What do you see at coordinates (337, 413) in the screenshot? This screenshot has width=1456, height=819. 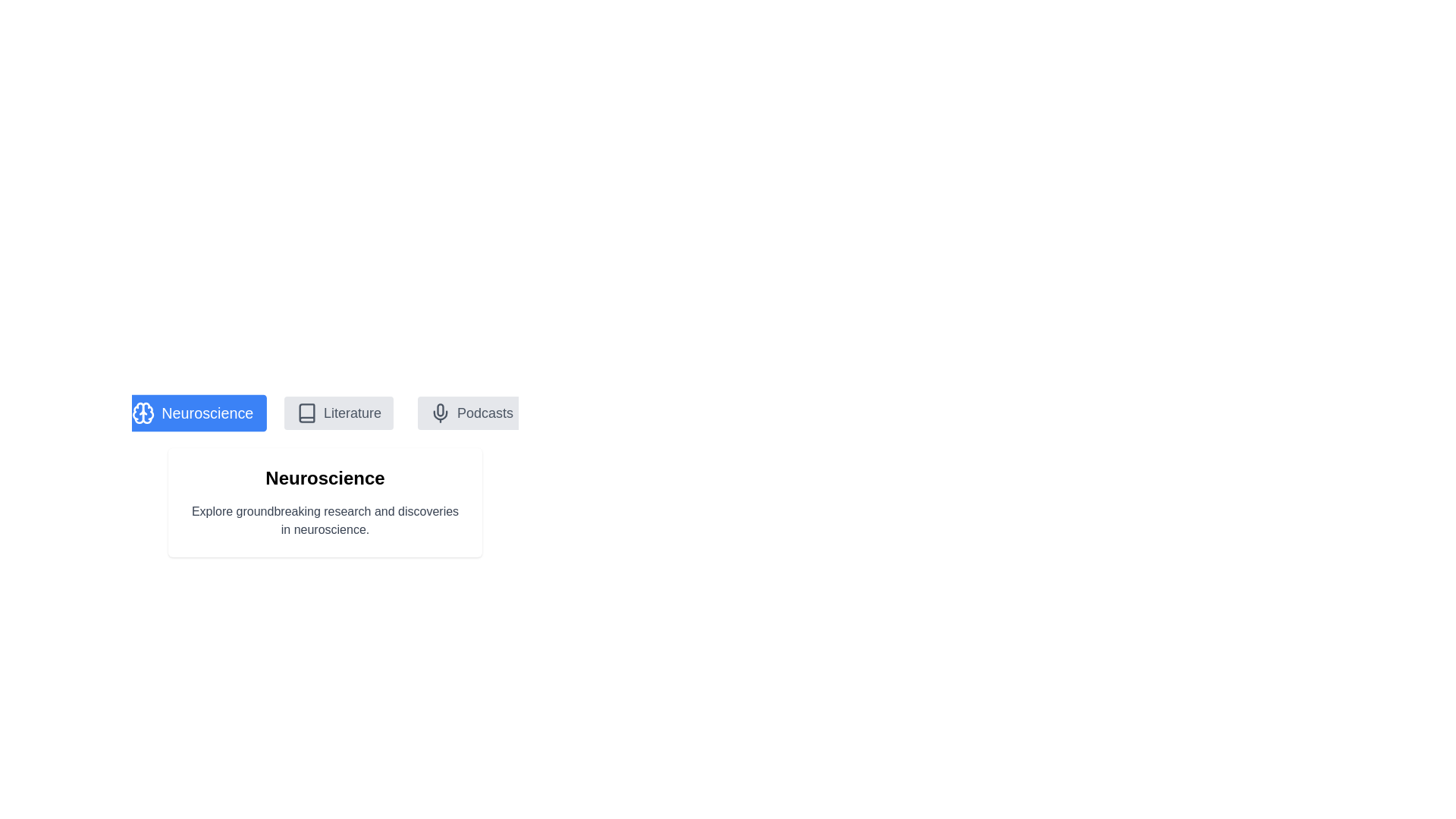 I see `the tab labeled Literature` at bounding box center [337, 413].